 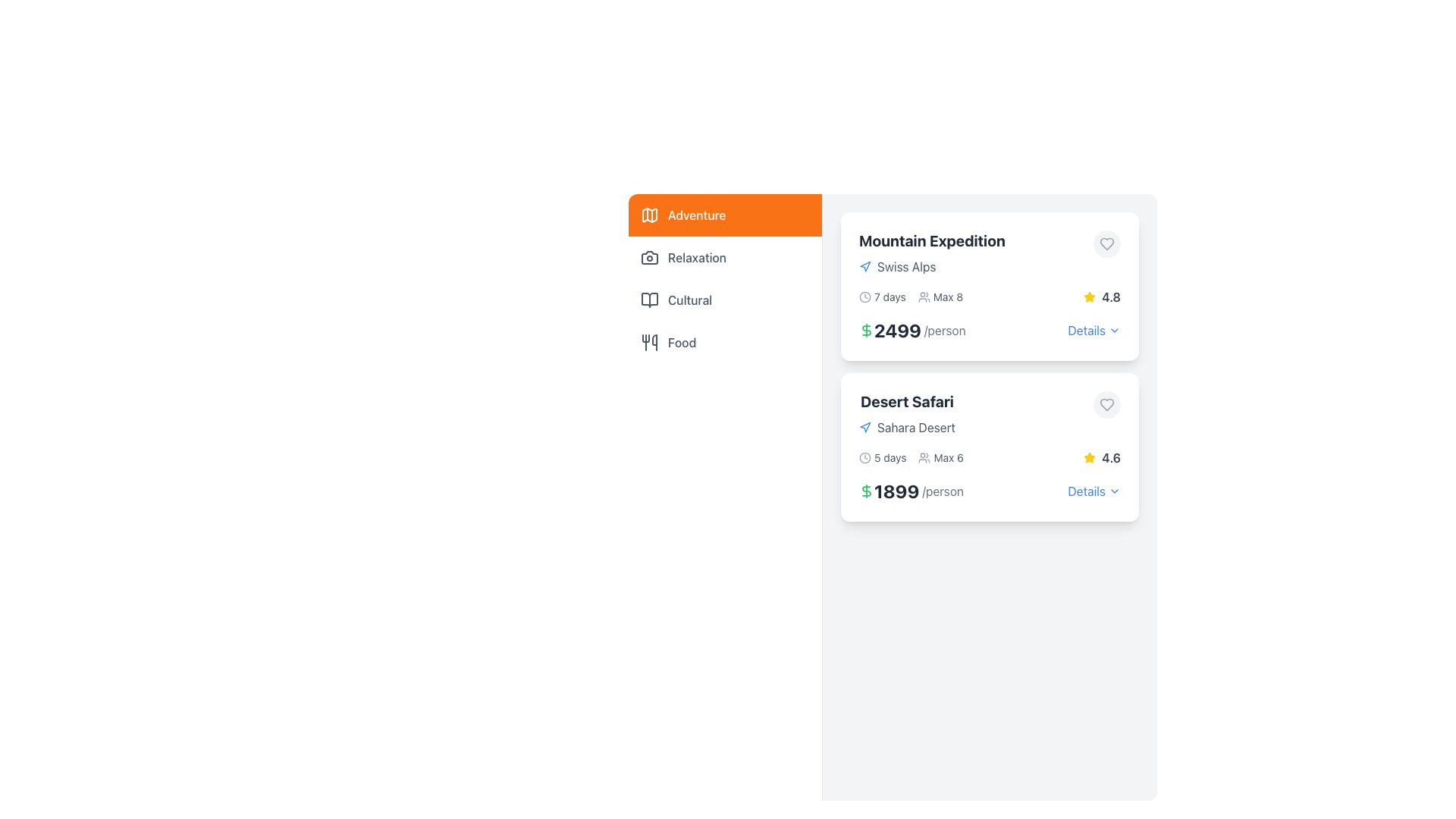 What do you see at coordinates (912, 329) in the screenshot?
I see `price label showing '$2499/person' located in the upper section of the 'Mountain Expedition' card in the details panel` at bounding box center [912, 329].